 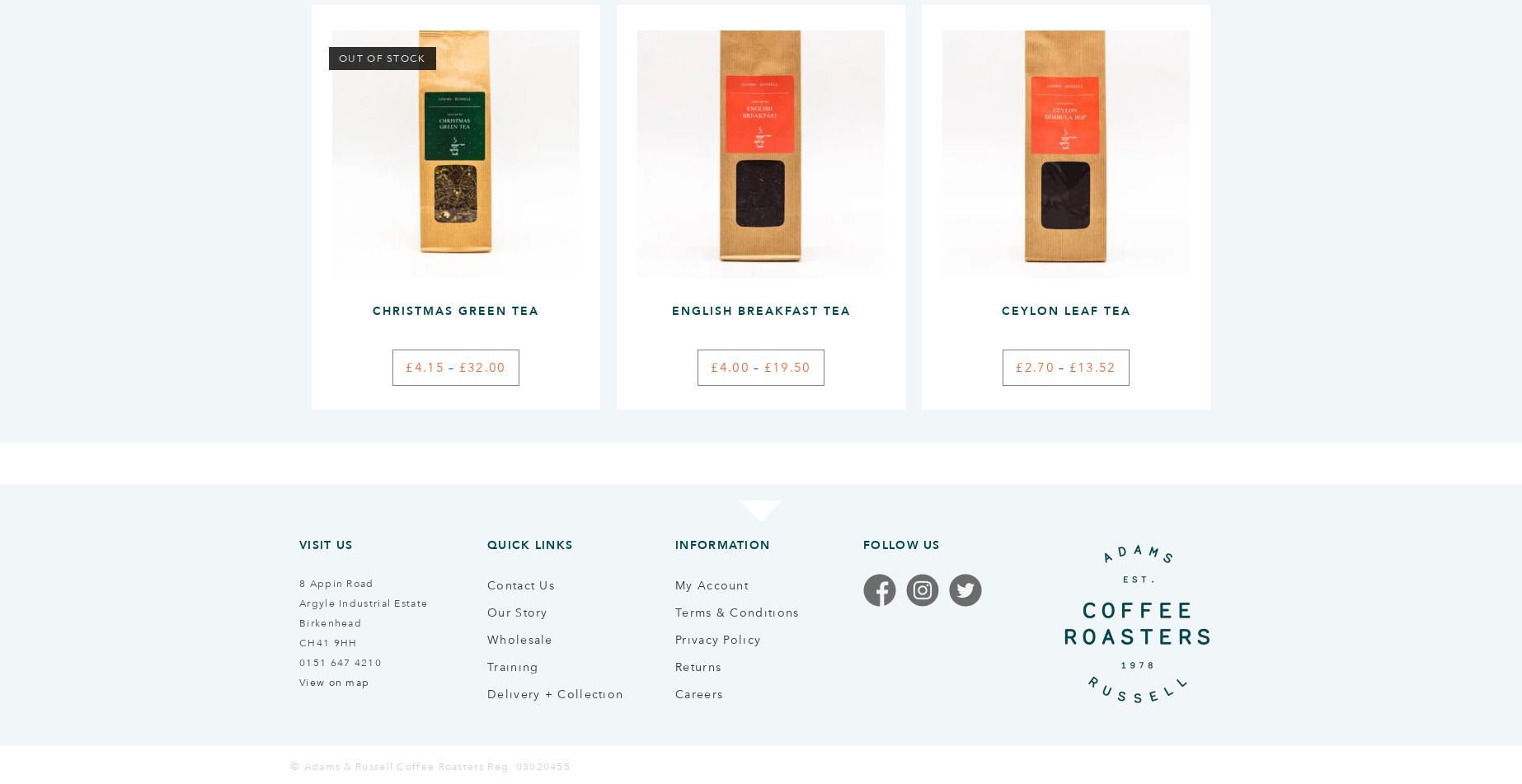 What do you see at coordinates (711, 583) in the screenshot?
I see `'My Account'` at bounding box center [711, 583].